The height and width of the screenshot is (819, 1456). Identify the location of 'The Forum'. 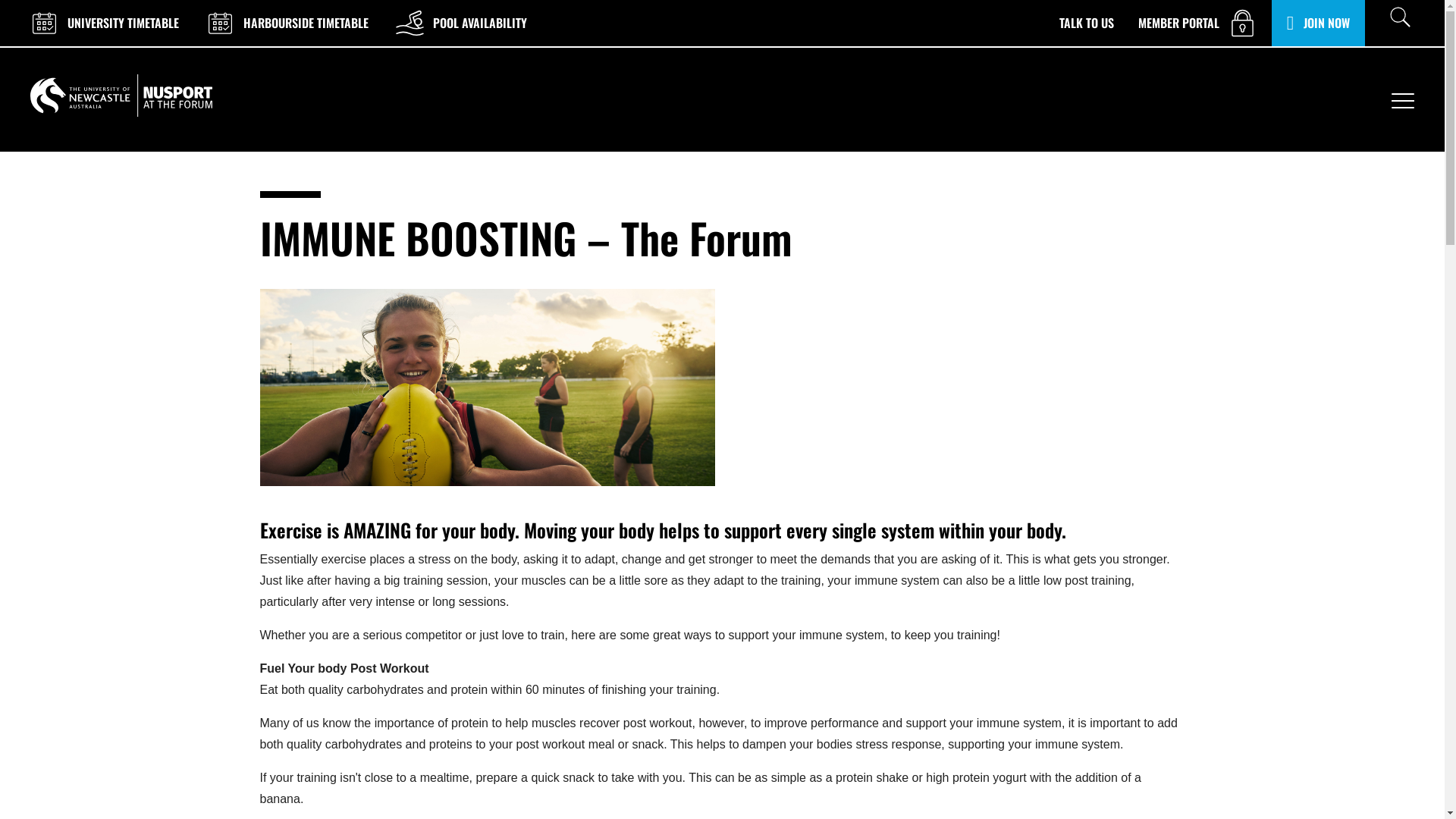
(120, 96).